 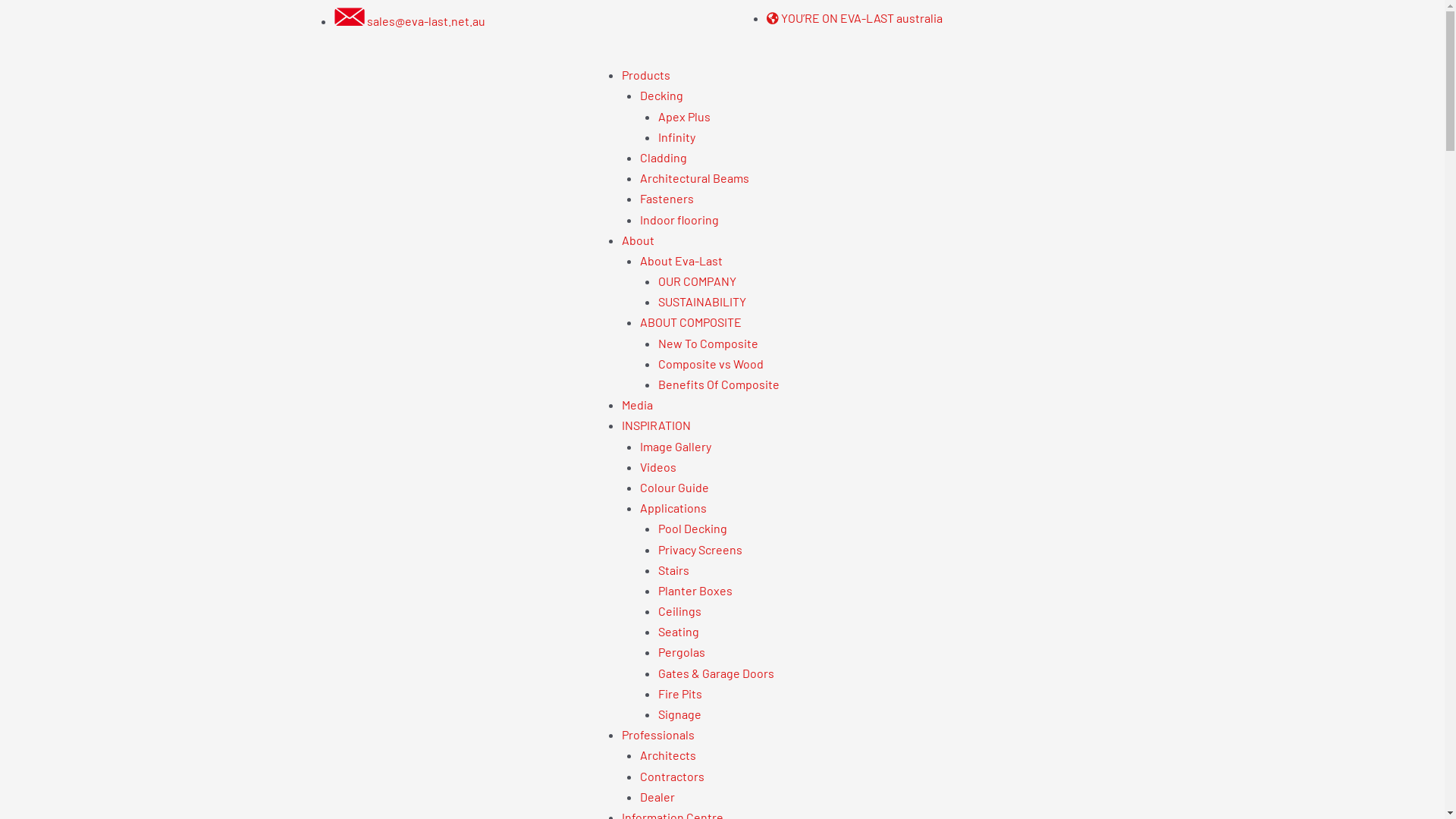 I want to click on 'Indoor flooring', so click(x=679, y=219).